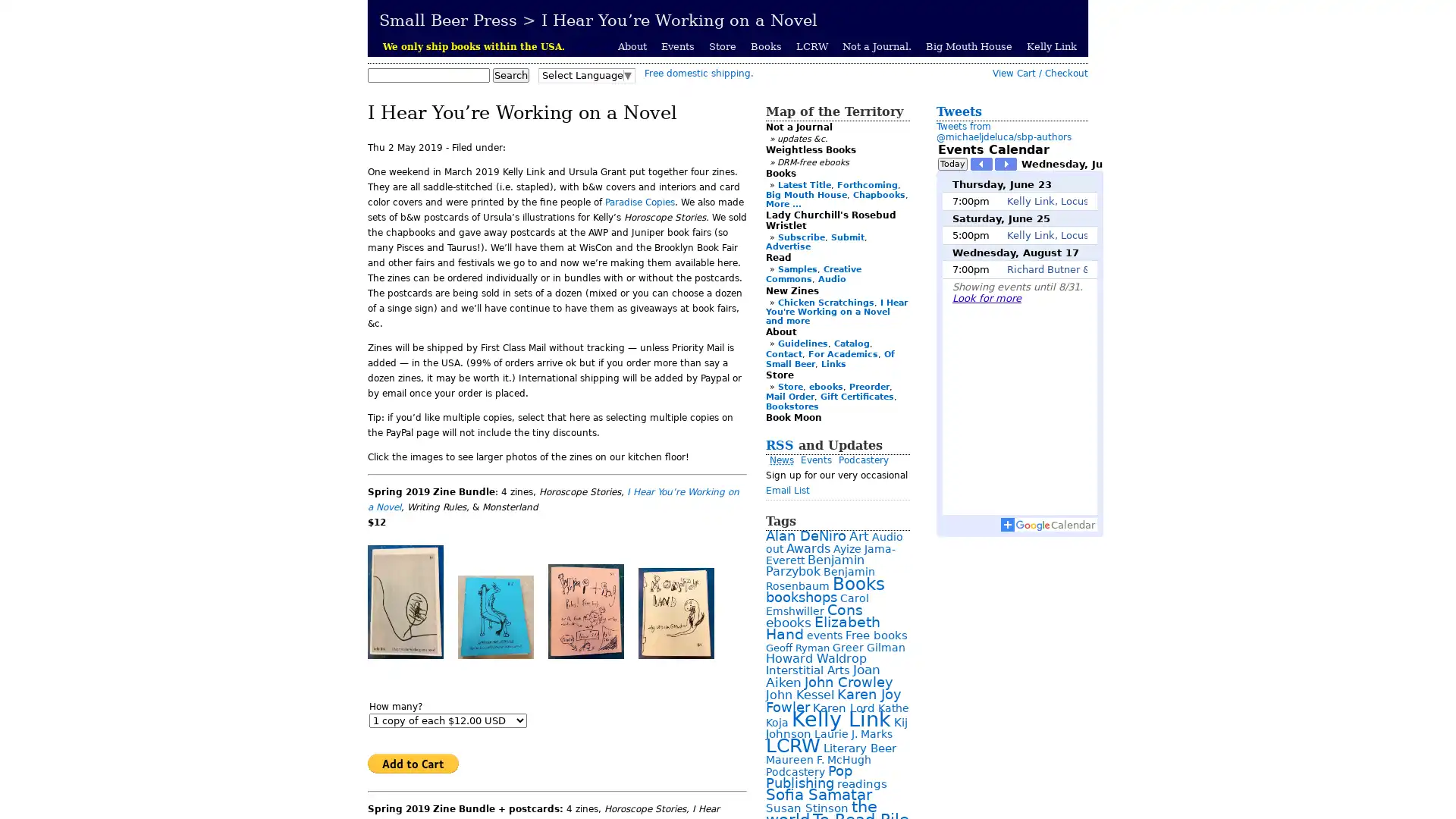 This screenshot has width=1456, height=819. What do you see at coordinates (413, 763) in the screenshot?
I see `PayPal - The safer, easier way to pay online!` at bounding box center [413, 763].